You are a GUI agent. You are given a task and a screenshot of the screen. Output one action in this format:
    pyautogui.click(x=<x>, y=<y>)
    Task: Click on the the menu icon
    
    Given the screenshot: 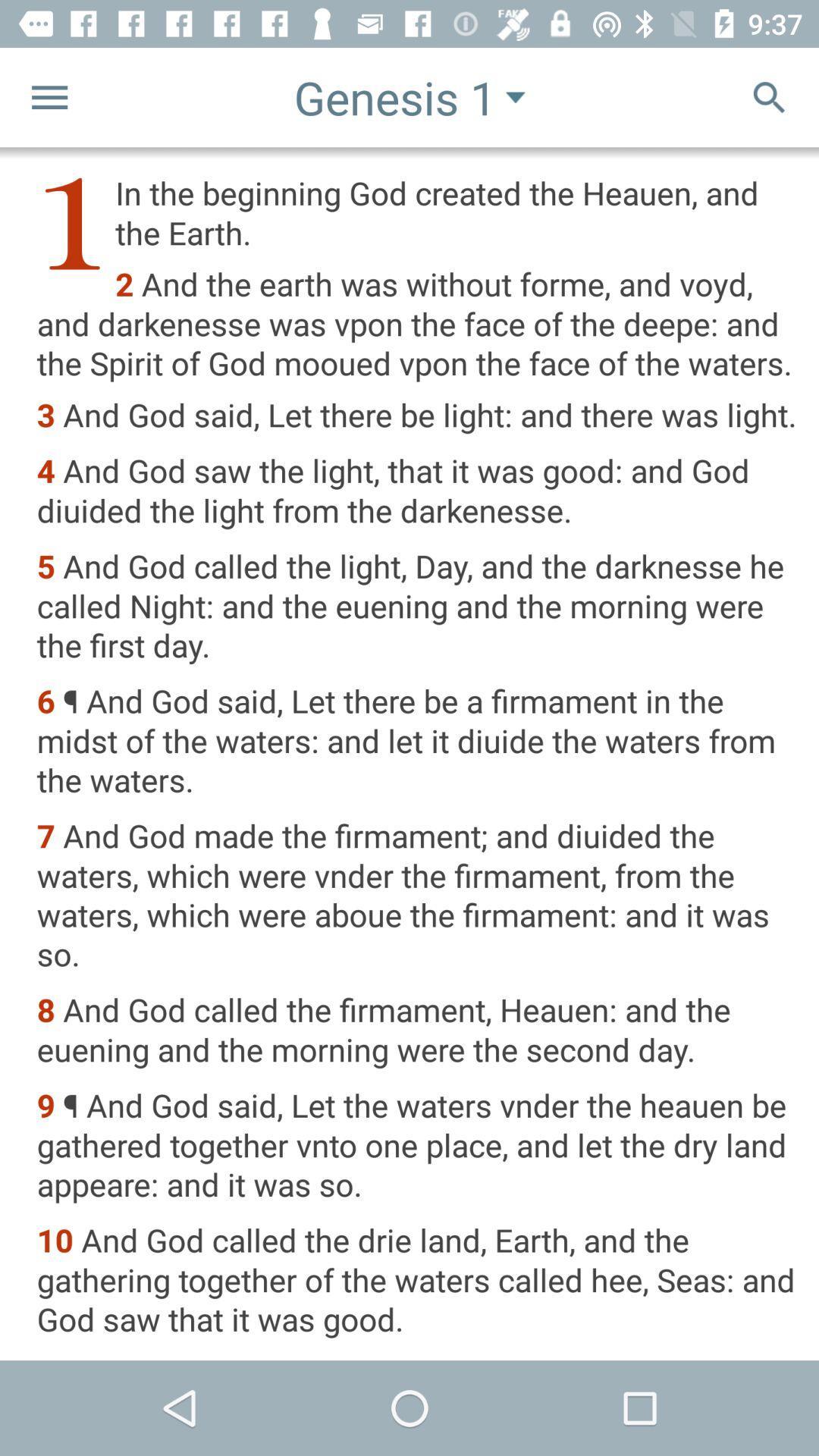 What is the action you would take?
    pyautogui.click(x=49, y=96)
    